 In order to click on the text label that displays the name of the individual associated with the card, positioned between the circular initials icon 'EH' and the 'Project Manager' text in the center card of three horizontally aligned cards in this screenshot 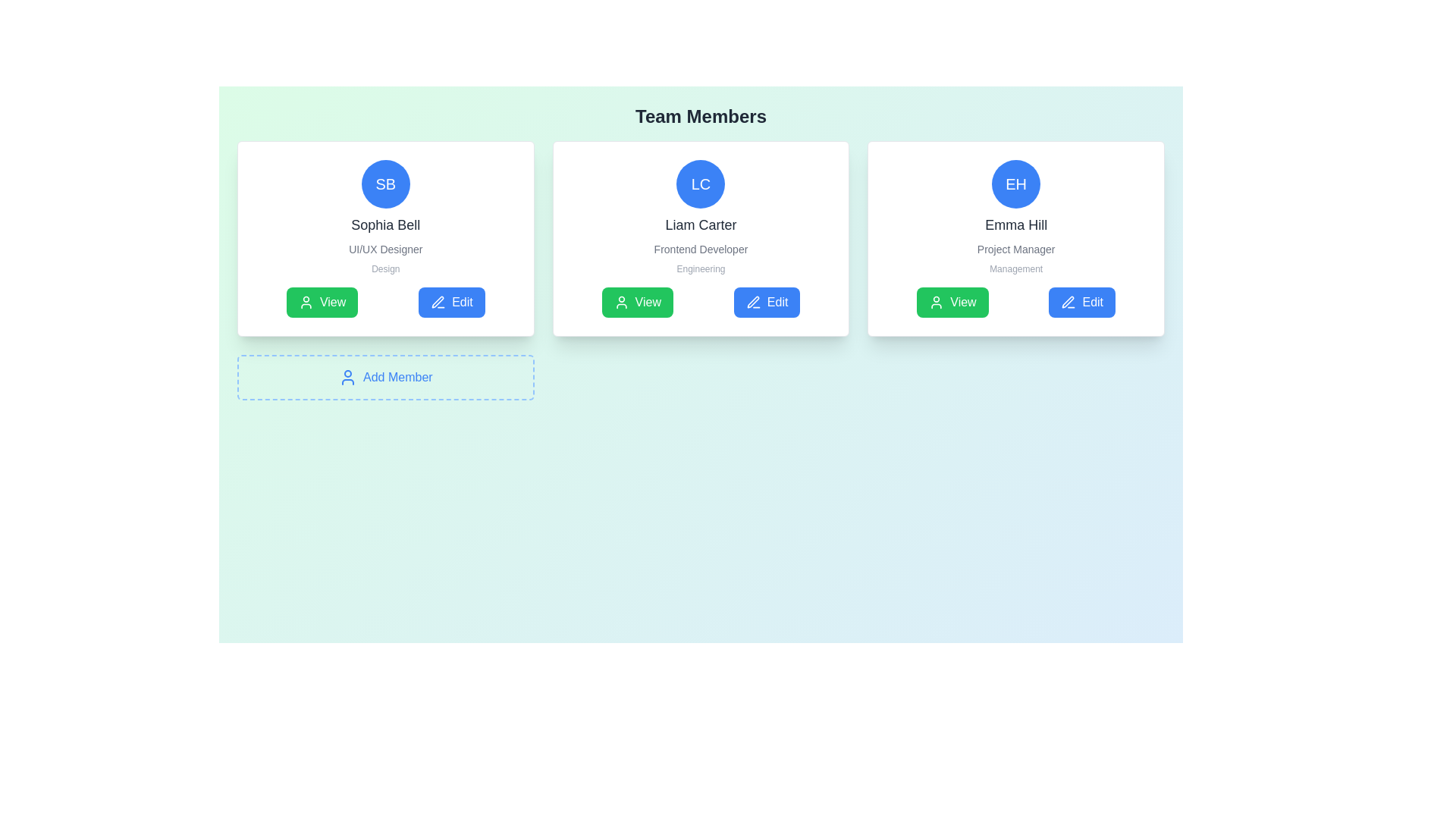, I will do `click(1016, 225)`.